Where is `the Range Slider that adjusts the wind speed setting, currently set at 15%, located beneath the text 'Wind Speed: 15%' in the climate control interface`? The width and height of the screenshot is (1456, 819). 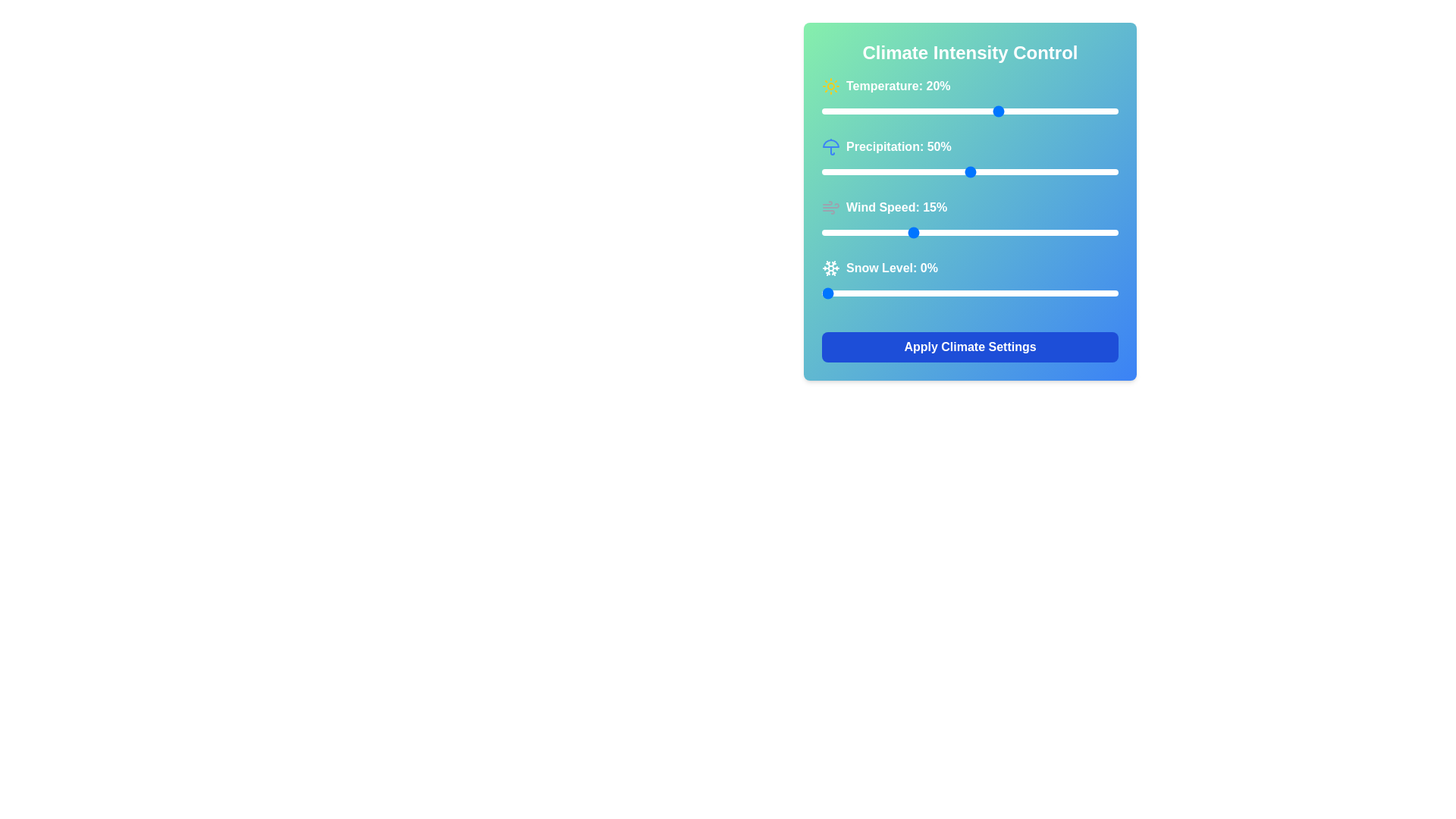 the Range Slider that adjusts the wind speed setting, currently set at 15%, located beneath the text 'Wind Speed: 15%' in the climate control interface is located at coordinates (969, 233).